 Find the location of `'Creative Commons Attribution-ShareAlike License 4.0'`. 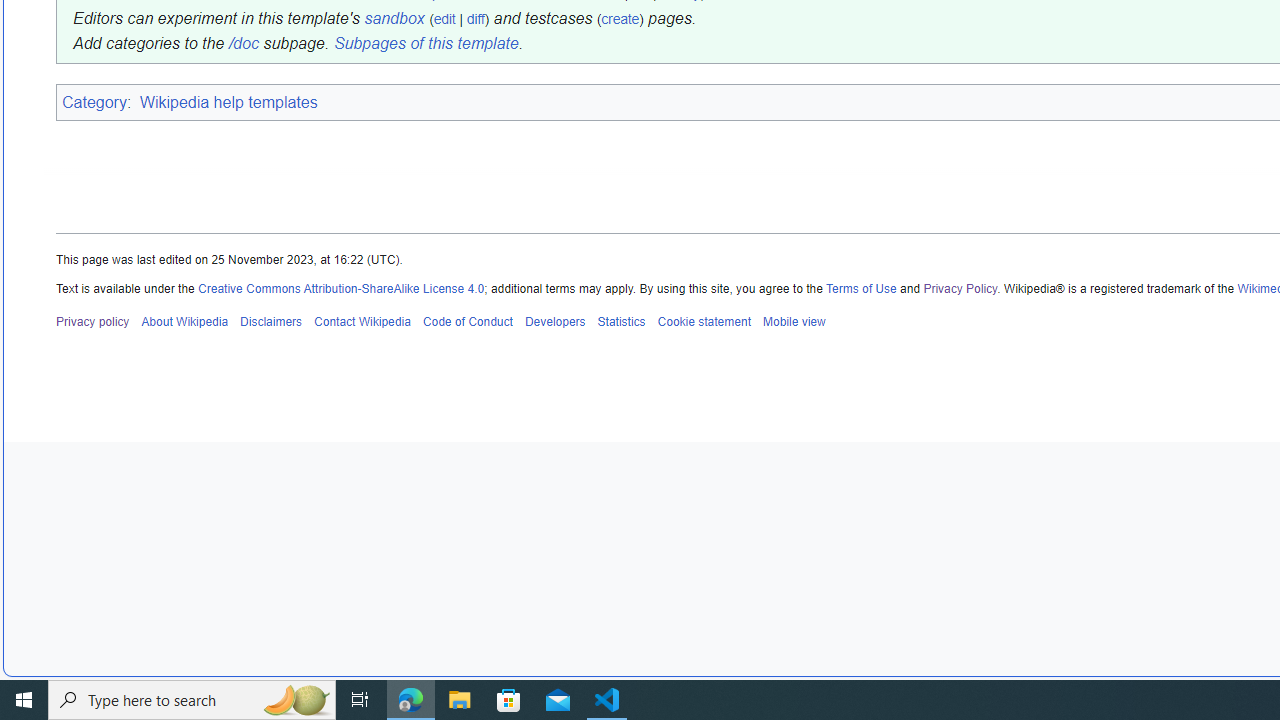

'Creative Commons Attribution-ShareAlike License 4.0' is located at coordinates (341, 288).